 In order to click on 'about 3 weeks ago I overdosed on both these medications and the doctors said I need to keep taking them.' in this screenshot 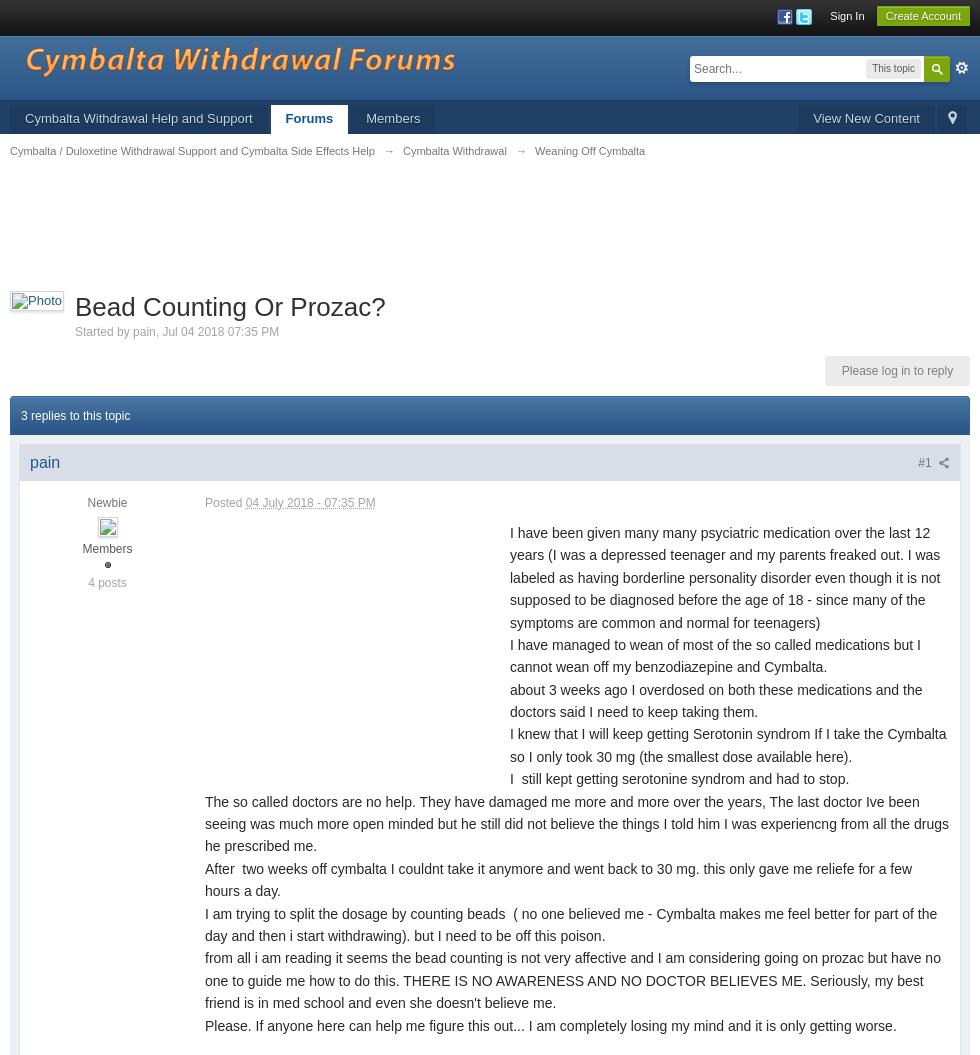, I will do `click(715, 699)`.